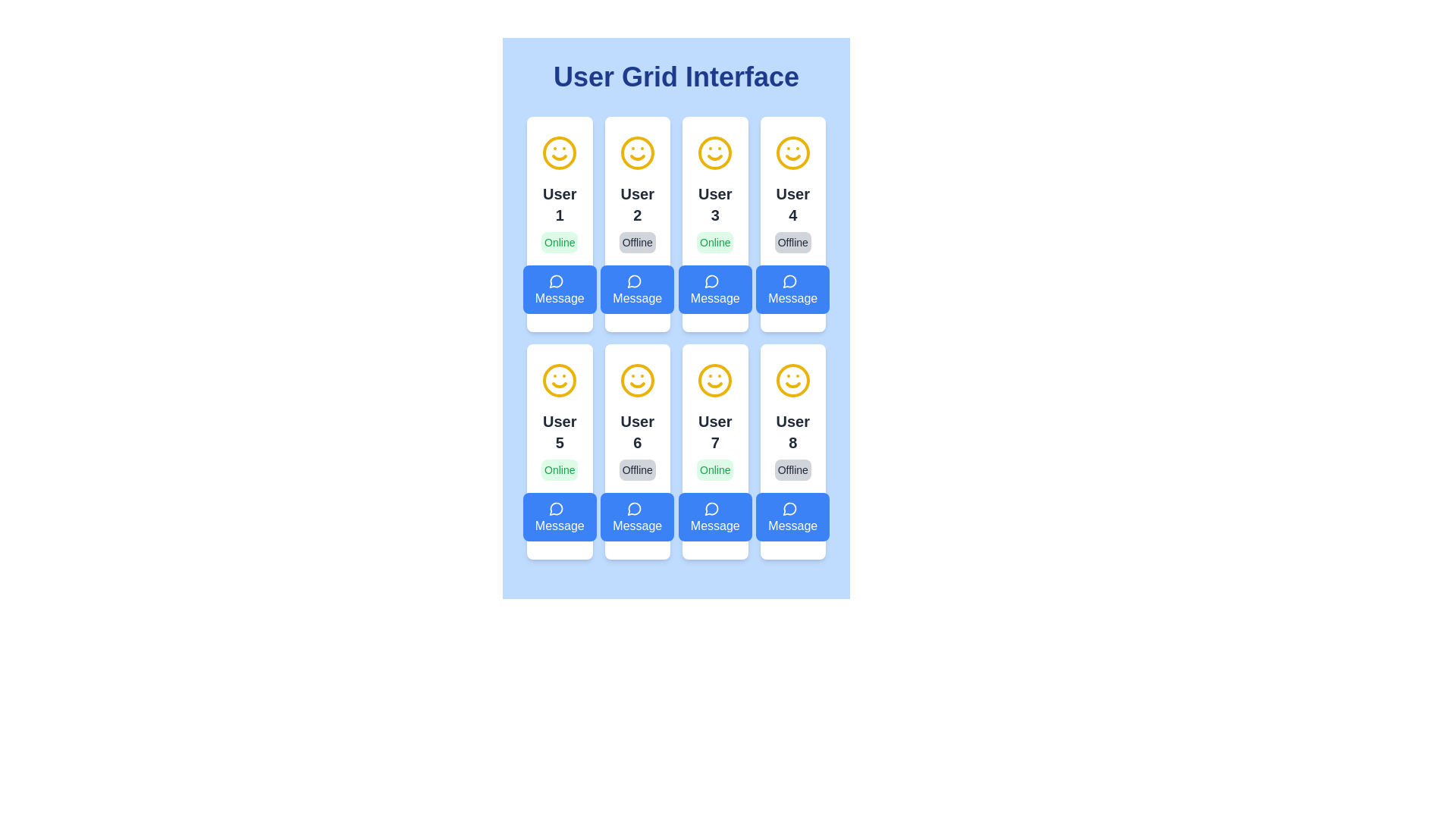 This screenshot has height=819, width=1456. I want to click on the smiley face icon representing the user's mood in the profile card labeled 'User 1', located in the first column of the first row of the user grid interface, so click(559, 152).